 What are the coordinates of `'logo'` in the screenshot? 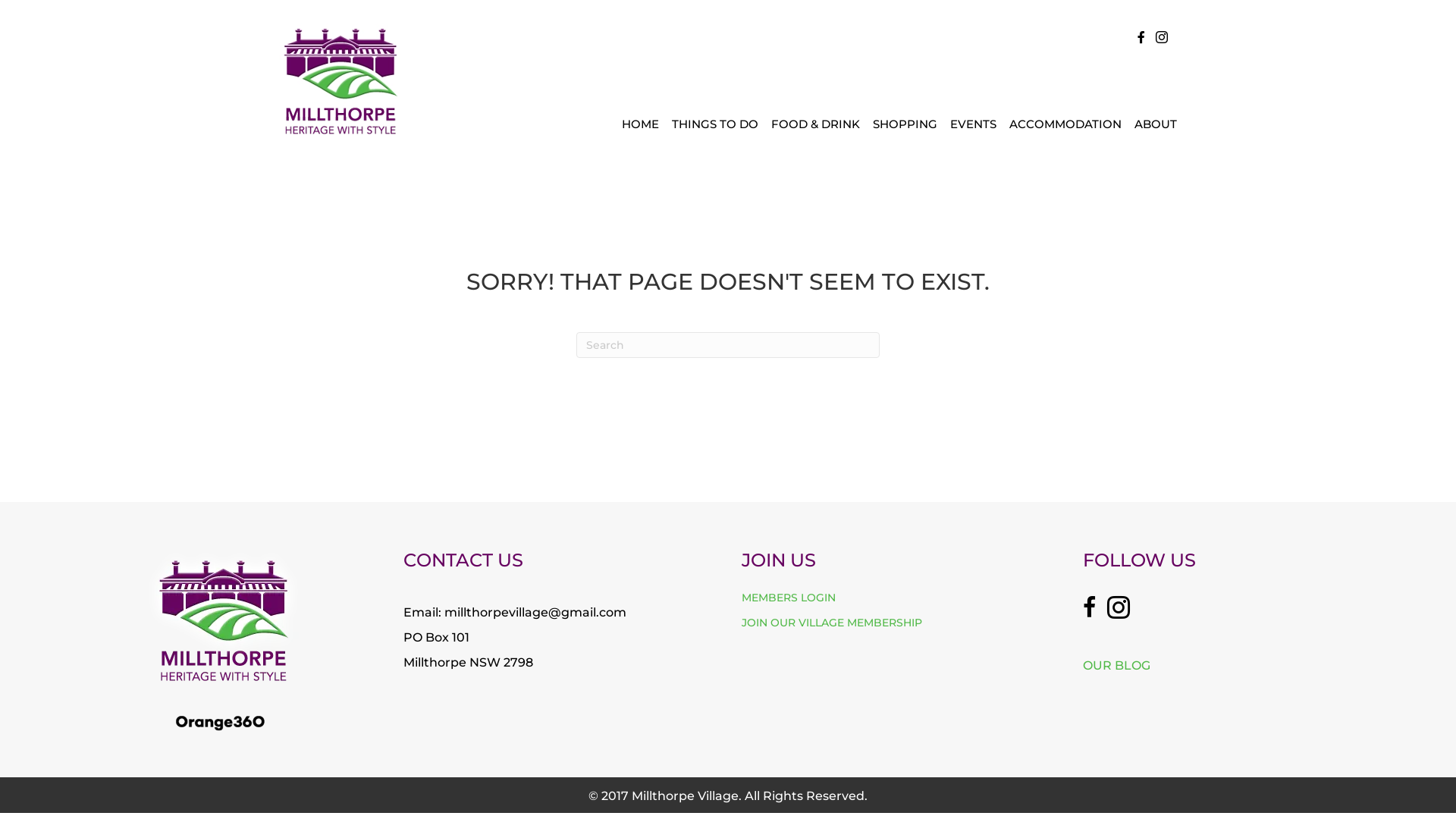 It's located at (144, 616).